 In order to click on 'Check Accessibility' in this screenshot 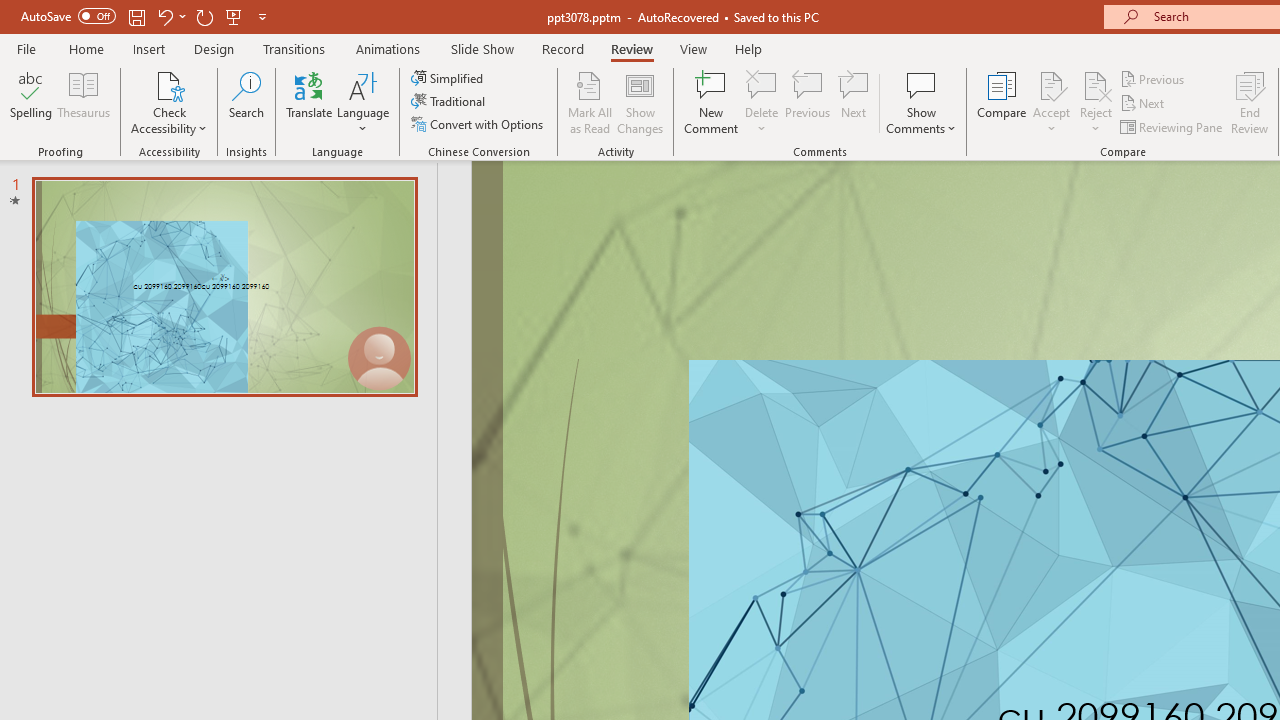, I will do `click(169, 84)`.